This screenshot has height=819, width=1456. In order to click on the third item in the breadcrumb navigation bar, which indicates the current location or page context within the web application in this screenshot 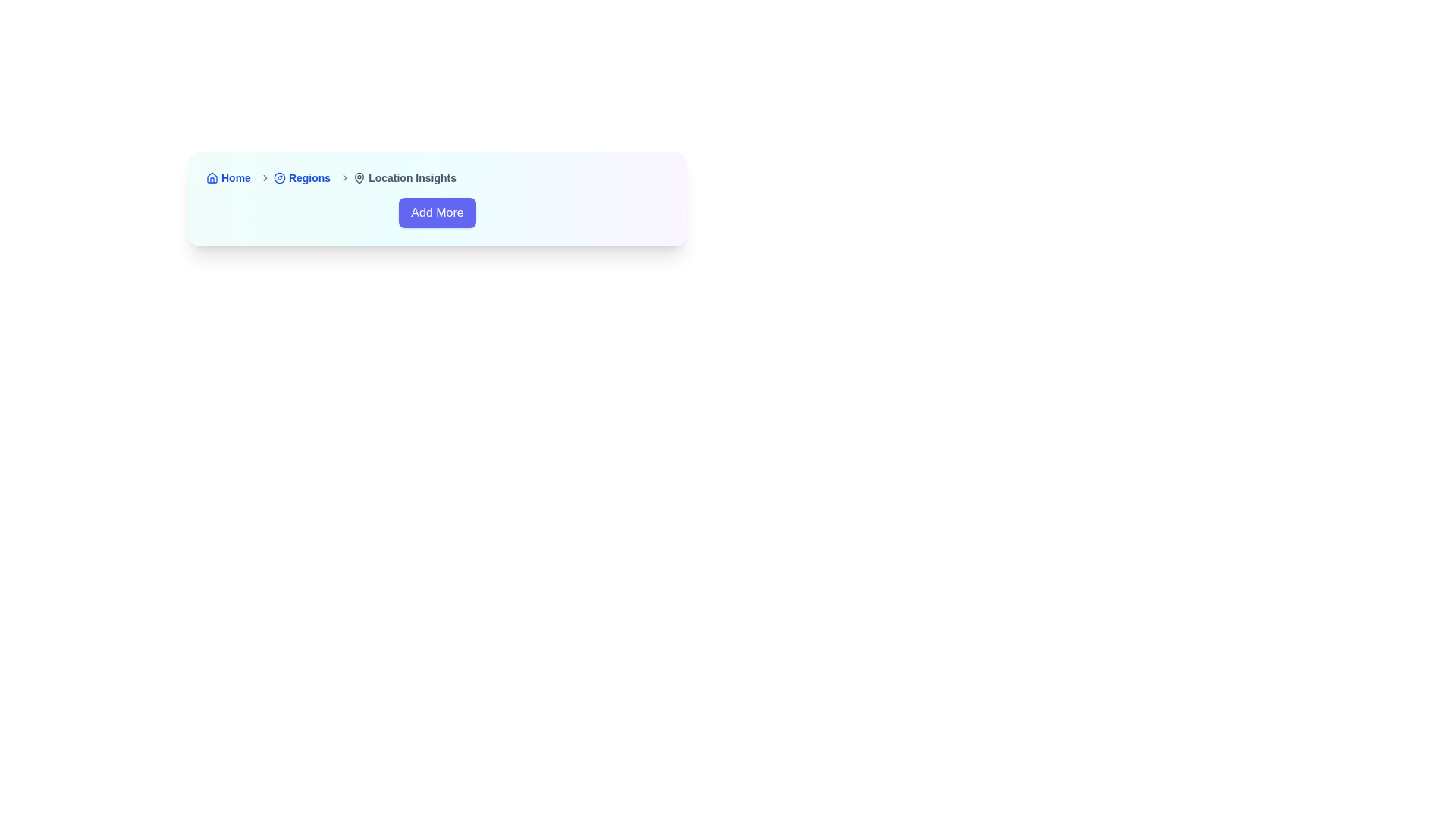, I will do `click(405, 177)`.